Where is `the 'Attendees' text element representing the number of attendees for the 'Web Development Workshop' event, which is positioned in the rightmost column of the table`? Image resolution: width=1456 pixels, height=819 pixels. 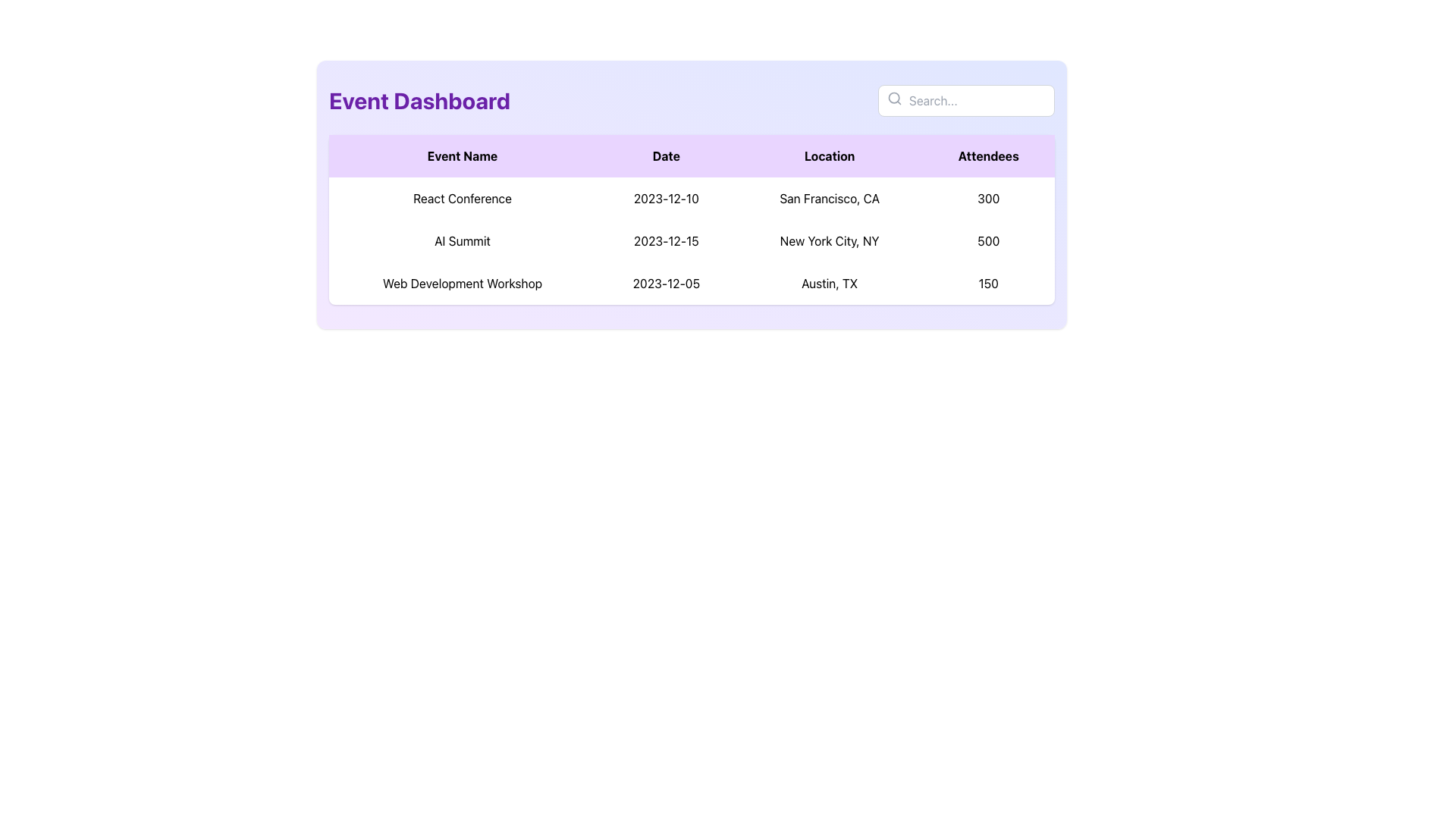 the 'Attendees' text element representing the number of attendees for the 'Web Development Workshop' event, which is positioned in the rightmost column of the table is located at coordinates (988, 284).